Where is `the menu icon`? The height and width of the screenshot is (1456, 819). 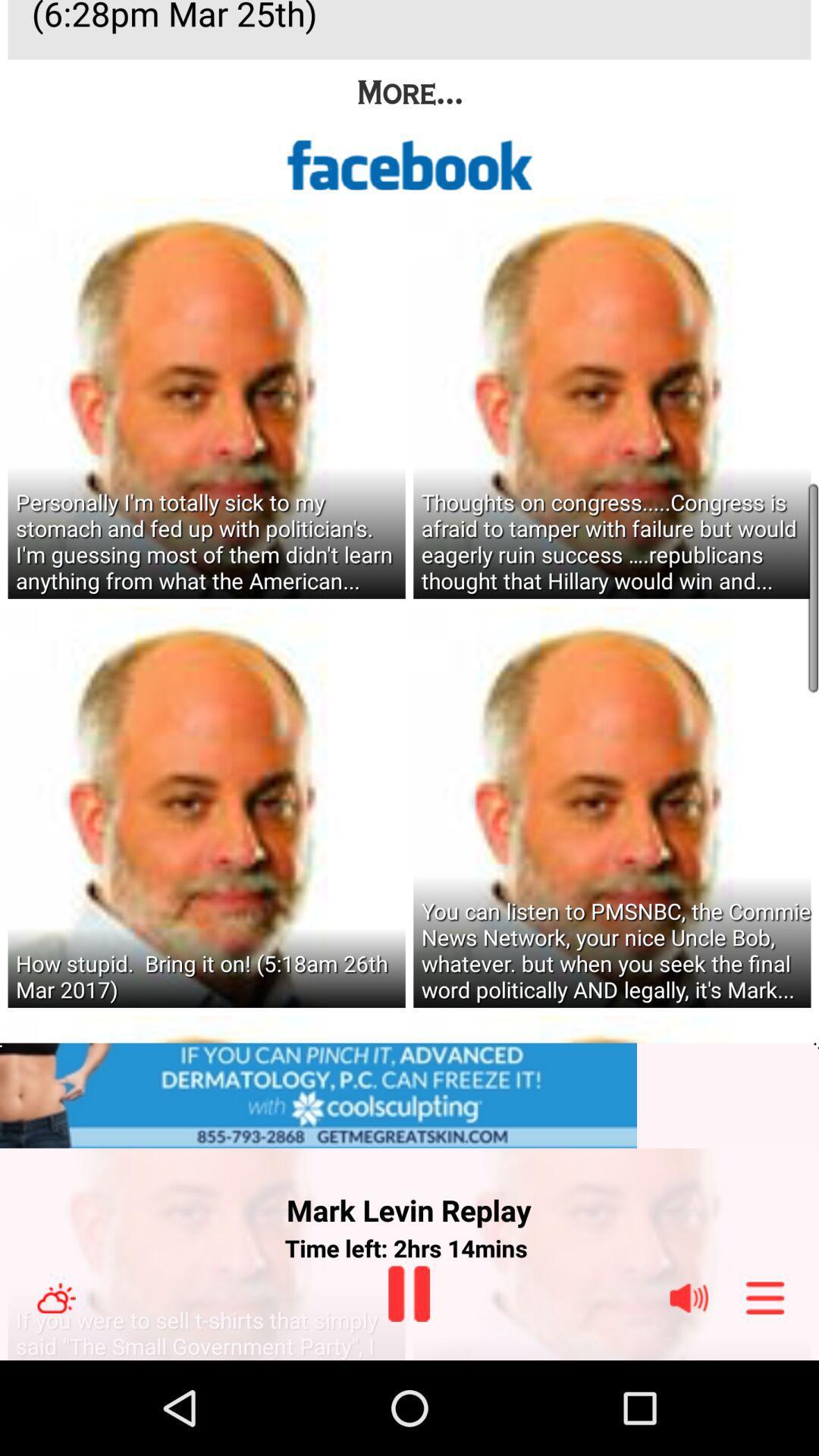 the menu icon is located at coordinates (765, 1389).